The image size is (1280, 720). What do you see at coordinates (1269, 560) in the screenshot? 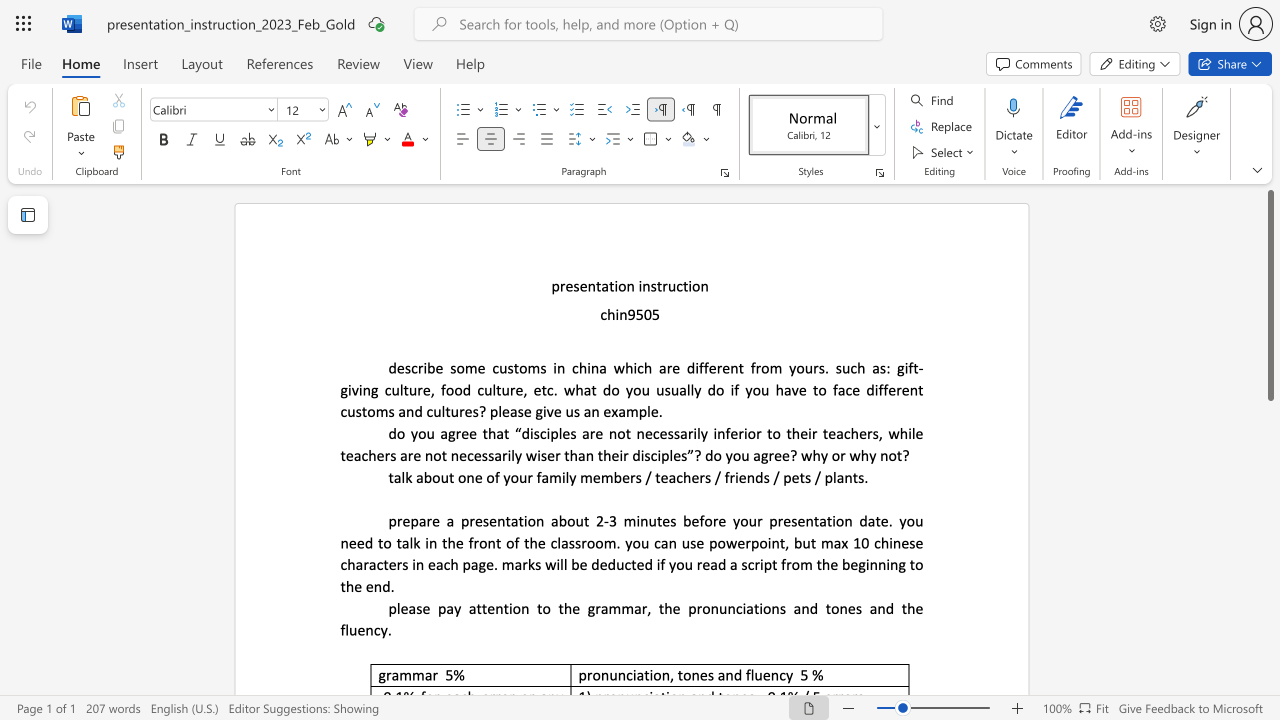
I see `the scrollbar to scroll the page down` at bounding box center [1269, 560].